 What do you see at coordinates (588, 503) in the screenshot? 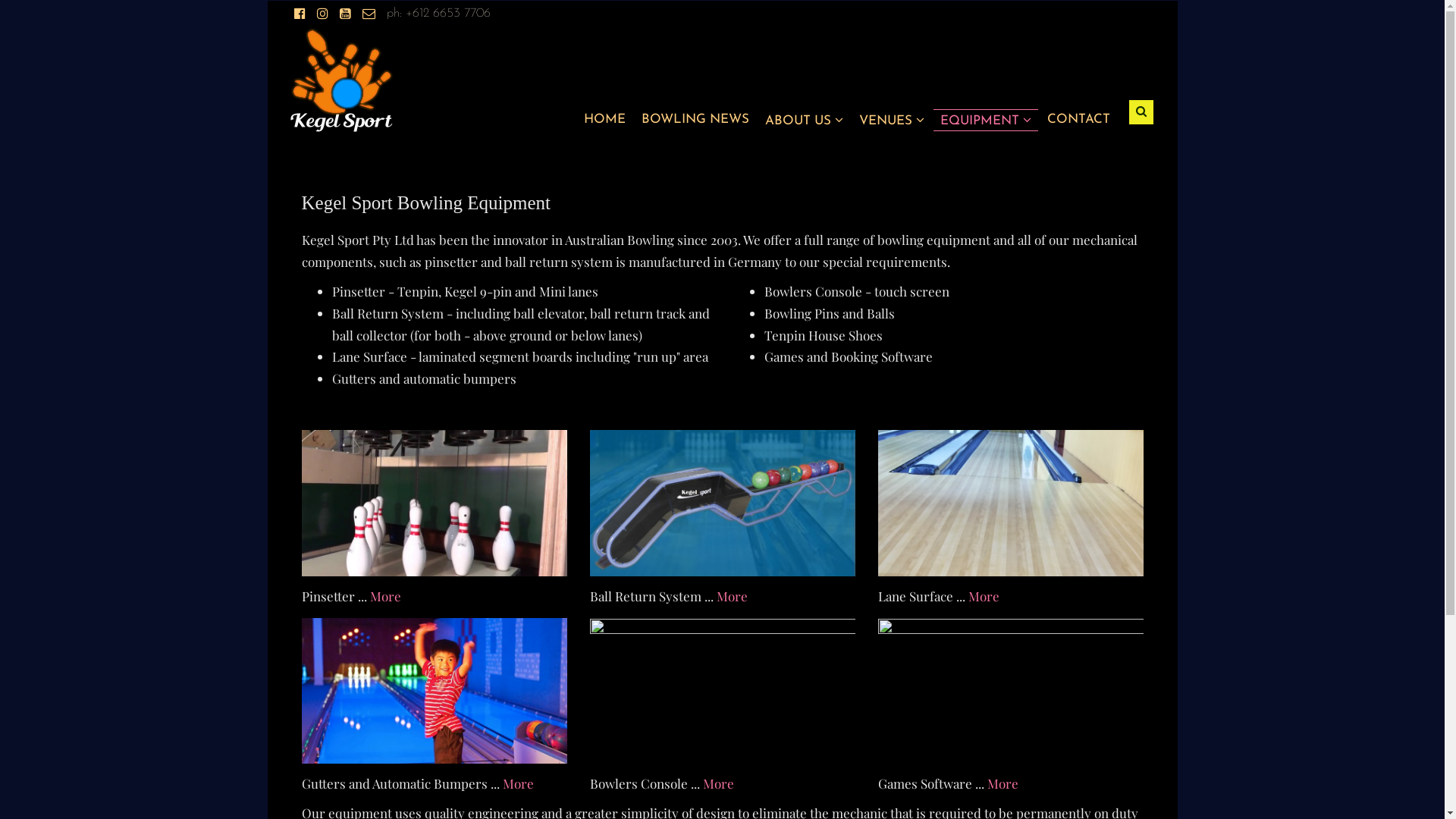
I see `'Ten Pin Ball Return System'` at bounding box center [588, 503].